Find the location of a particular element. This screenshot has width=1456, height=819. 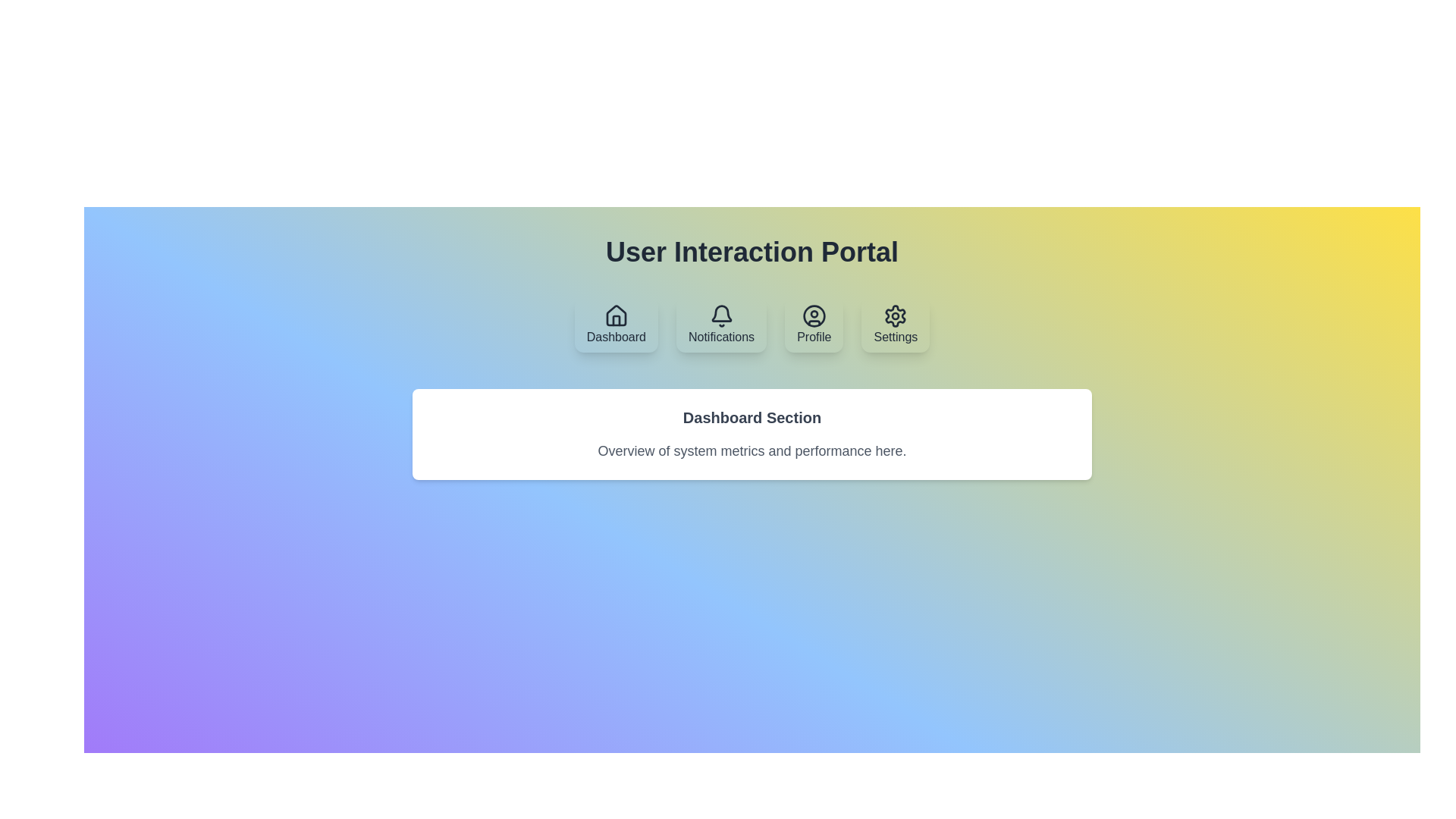

the tab labeled Dashboard to display its content is located at coordinates (615, 324).